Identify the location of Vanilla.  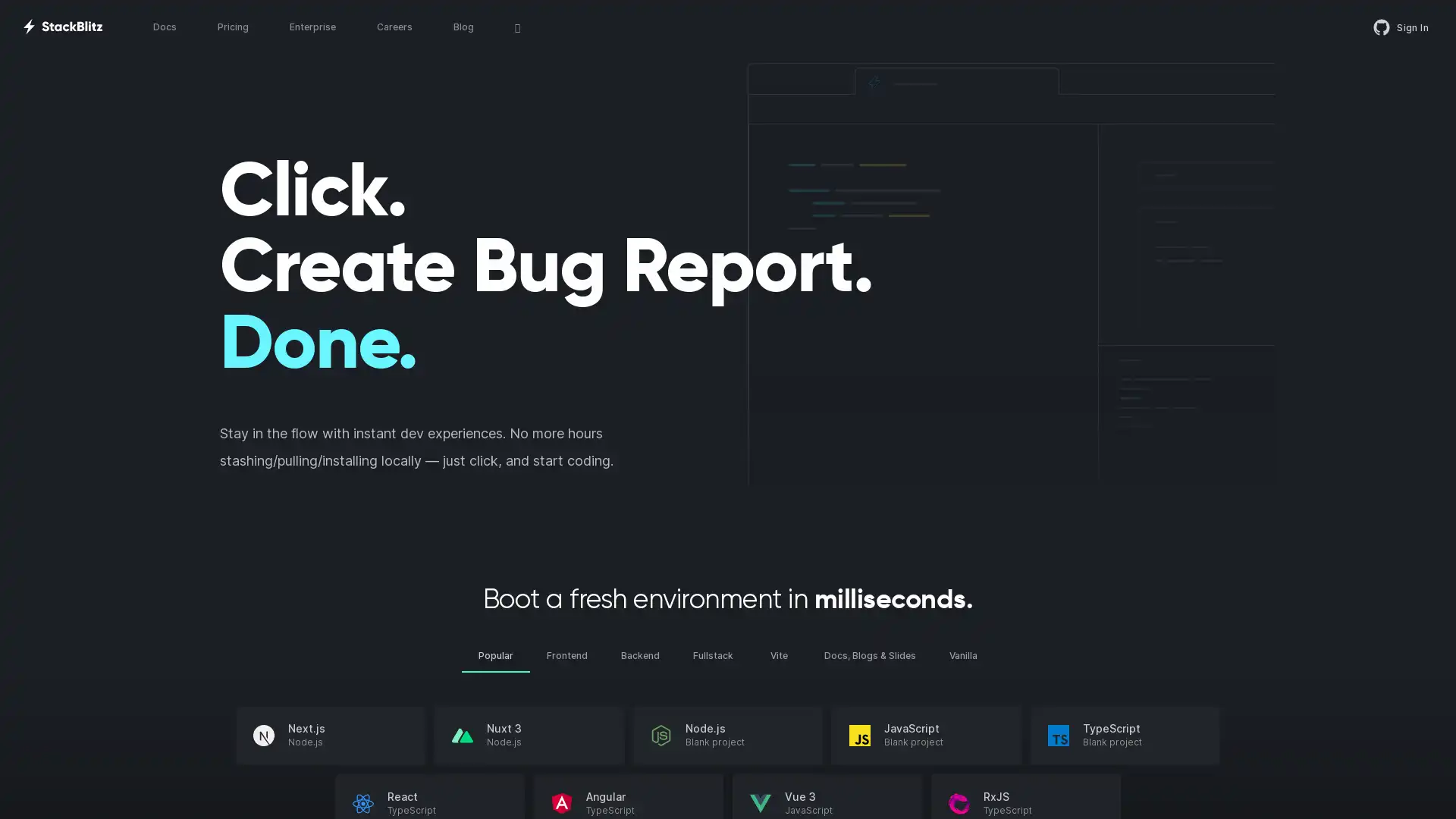
(962, 654).